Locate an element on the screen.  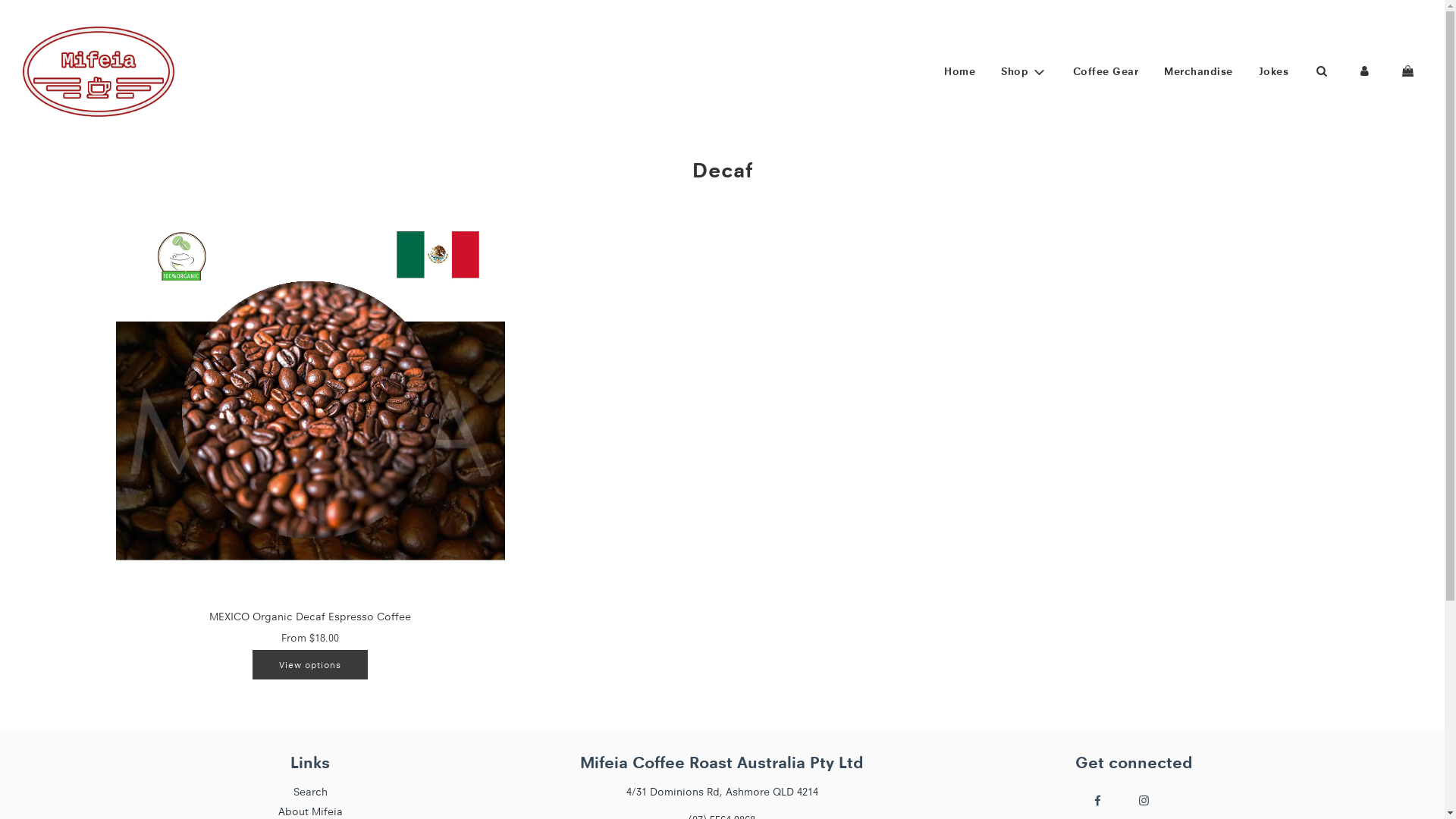
'From $18.00' is located at coordinates (309, 637).